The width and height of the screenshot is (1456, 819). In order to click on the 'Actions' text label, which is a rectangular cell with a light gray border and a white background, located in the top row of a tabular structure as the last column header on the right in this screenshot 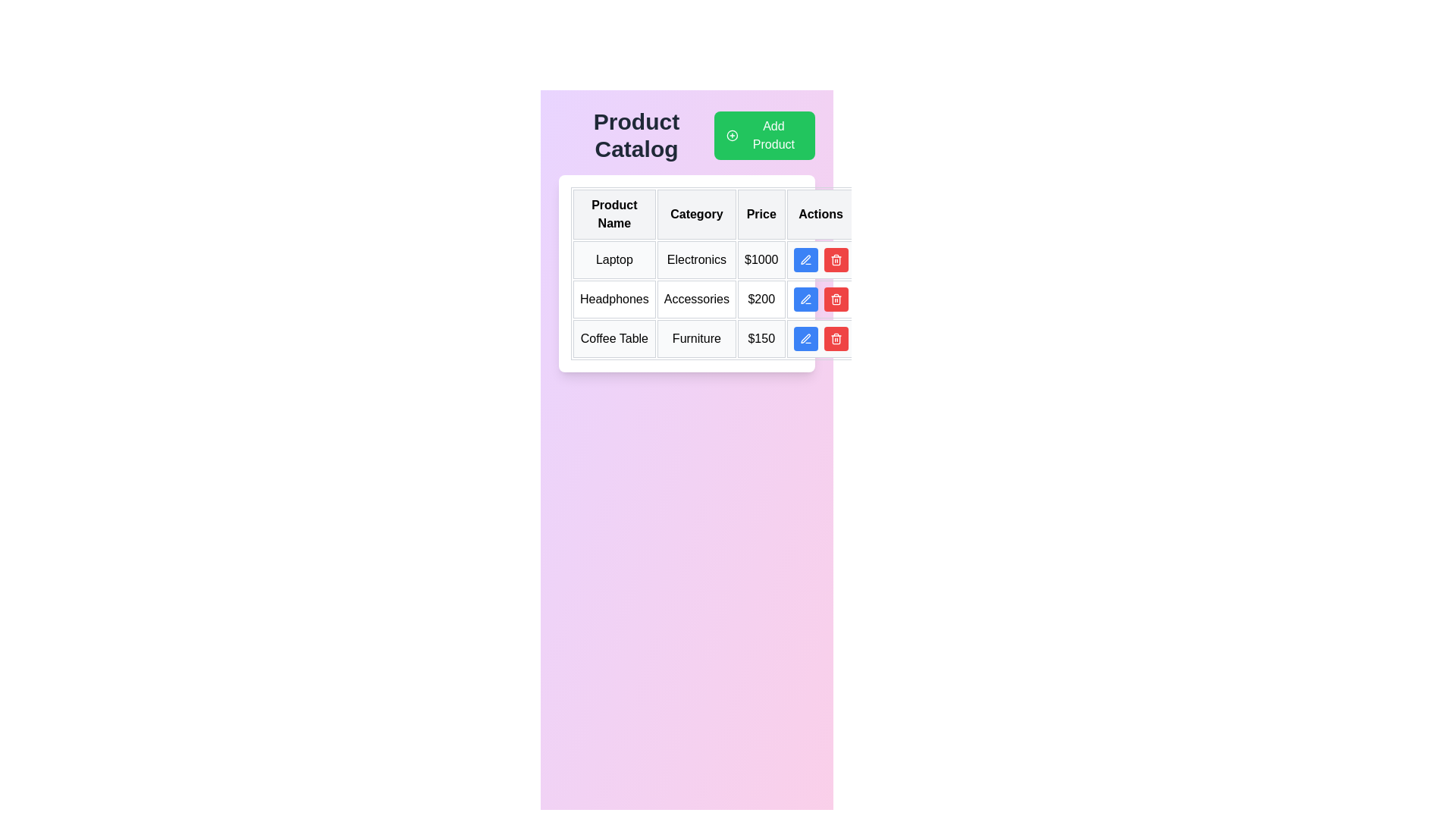, I will do `click(820, 214)`.